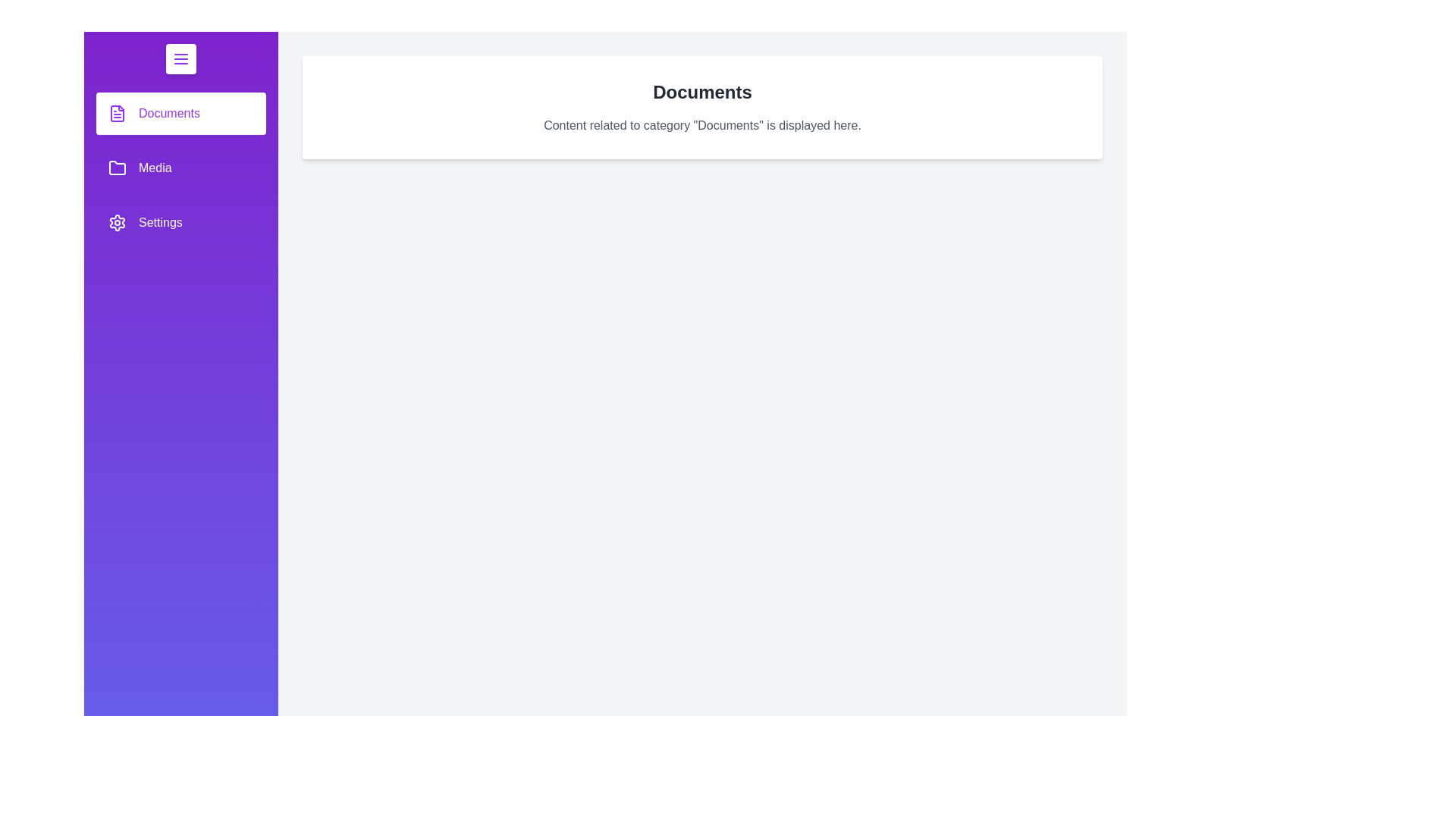  Describe the element at coordinates (181, 222) in the screenshot. I see `the category Settings from the list` at that location.